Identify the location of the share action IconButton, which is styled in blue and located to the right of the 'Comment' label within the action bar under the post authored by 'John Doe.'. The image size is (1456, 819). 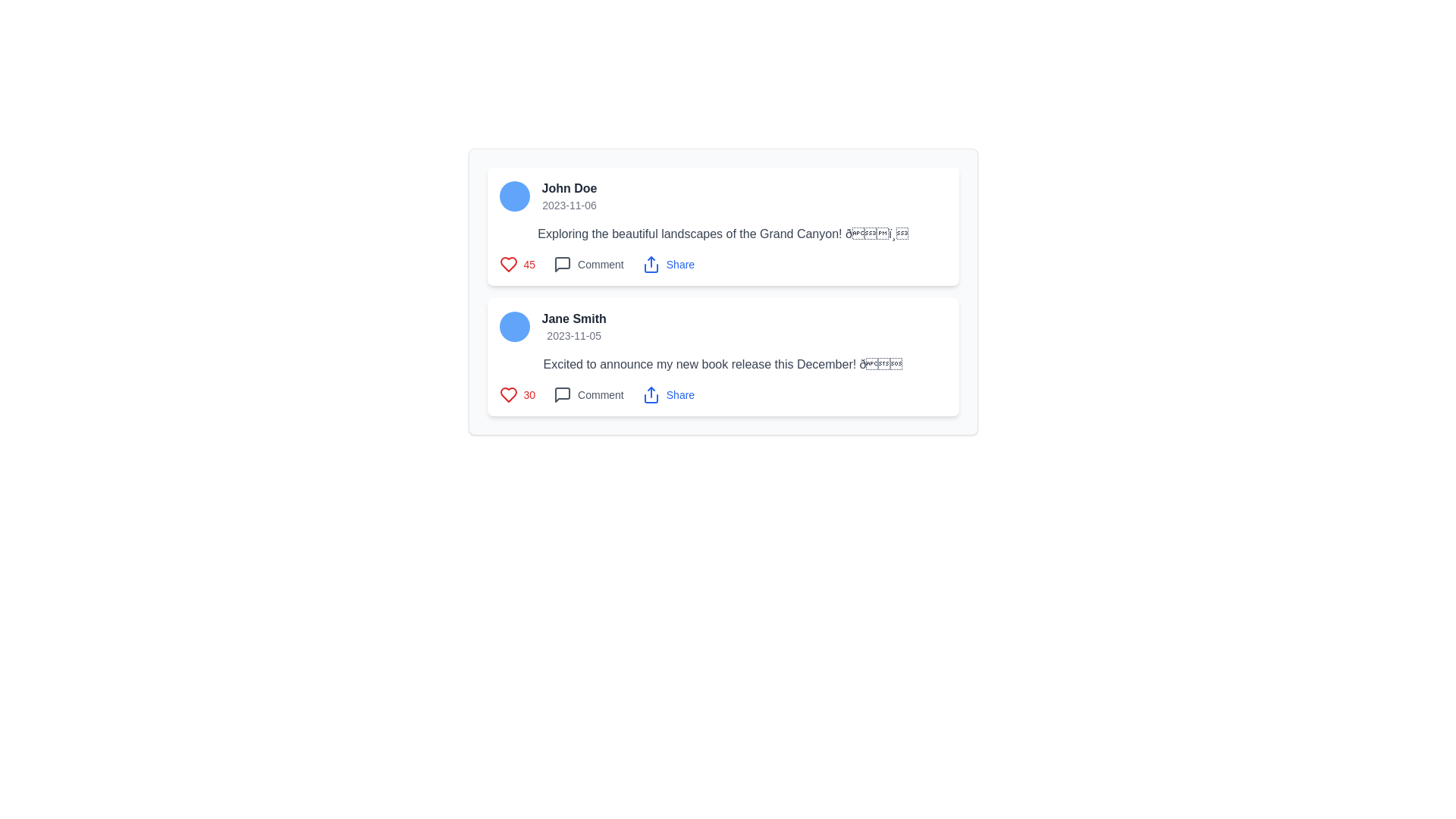
(651, 263).